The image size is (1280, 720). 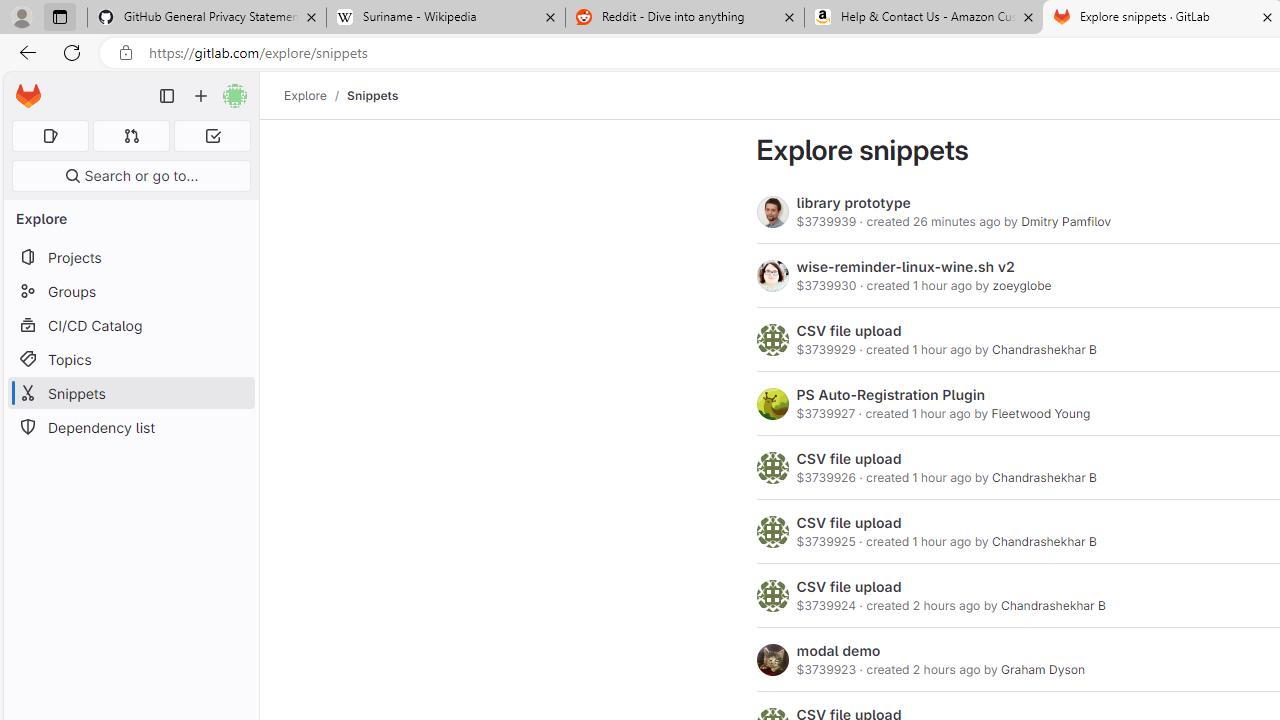 I want to click on 'Dmitry Pamfilov', so click(x=1065, y=221).